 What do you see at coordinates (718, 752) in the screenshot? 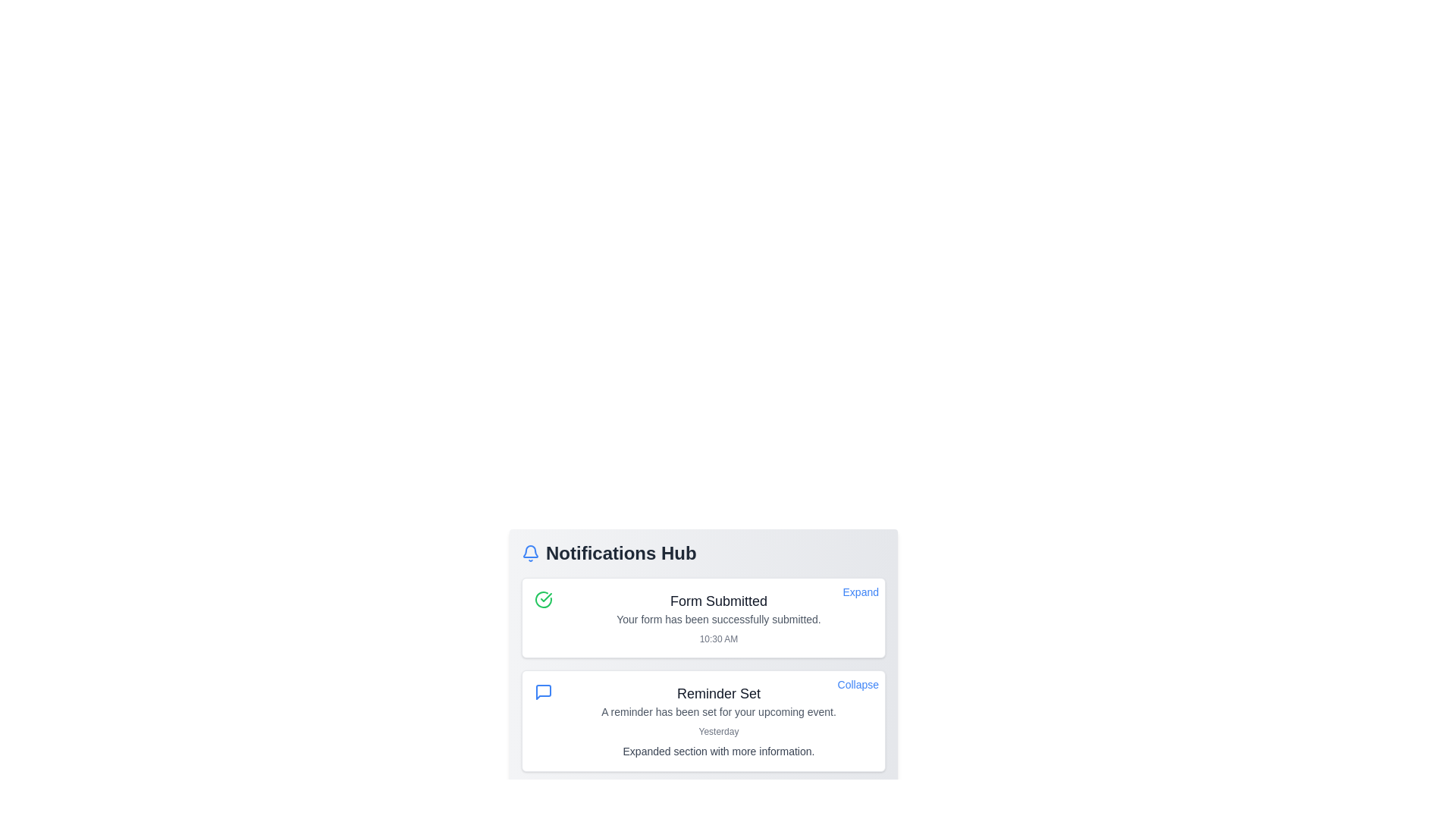
I see `text string saying 'Expanded section with more information.' located below the 'Yesterday' timestamp in the notification titled 'Reminder Set' within the Notifications Hub` at bounding box center [718, 752].